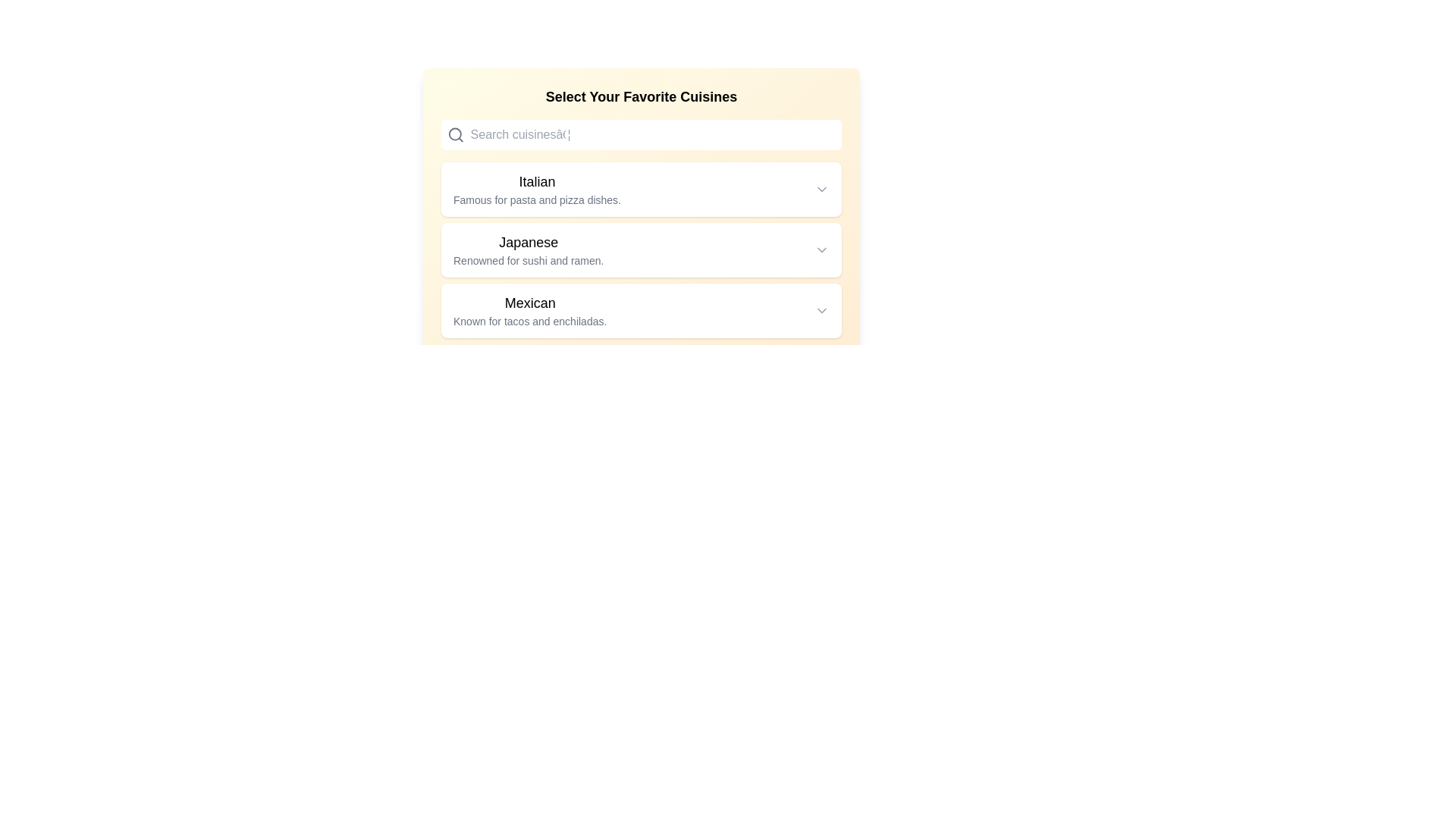 This screenshot has height=819, width=1456. Describe the element at coordinates (529, 242) in the screenshot. I see `the text label that serves as a heading or title for a selectable item related to Japanese cuisine, located in the middle of a vertical stack of similar containers` at that location.